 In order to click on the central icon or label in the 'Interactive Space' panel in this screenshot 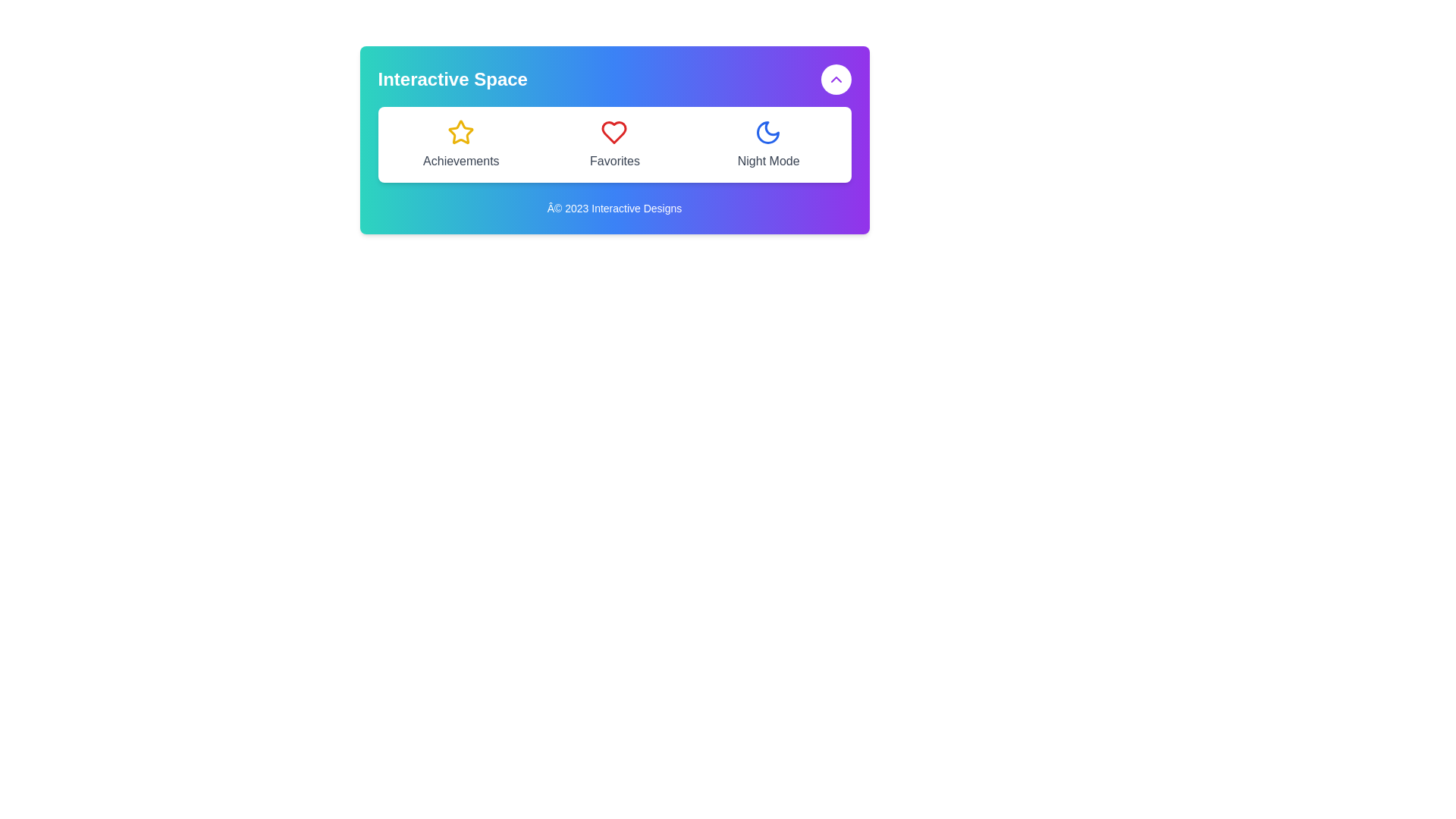, I will do `click(614, 145)`.